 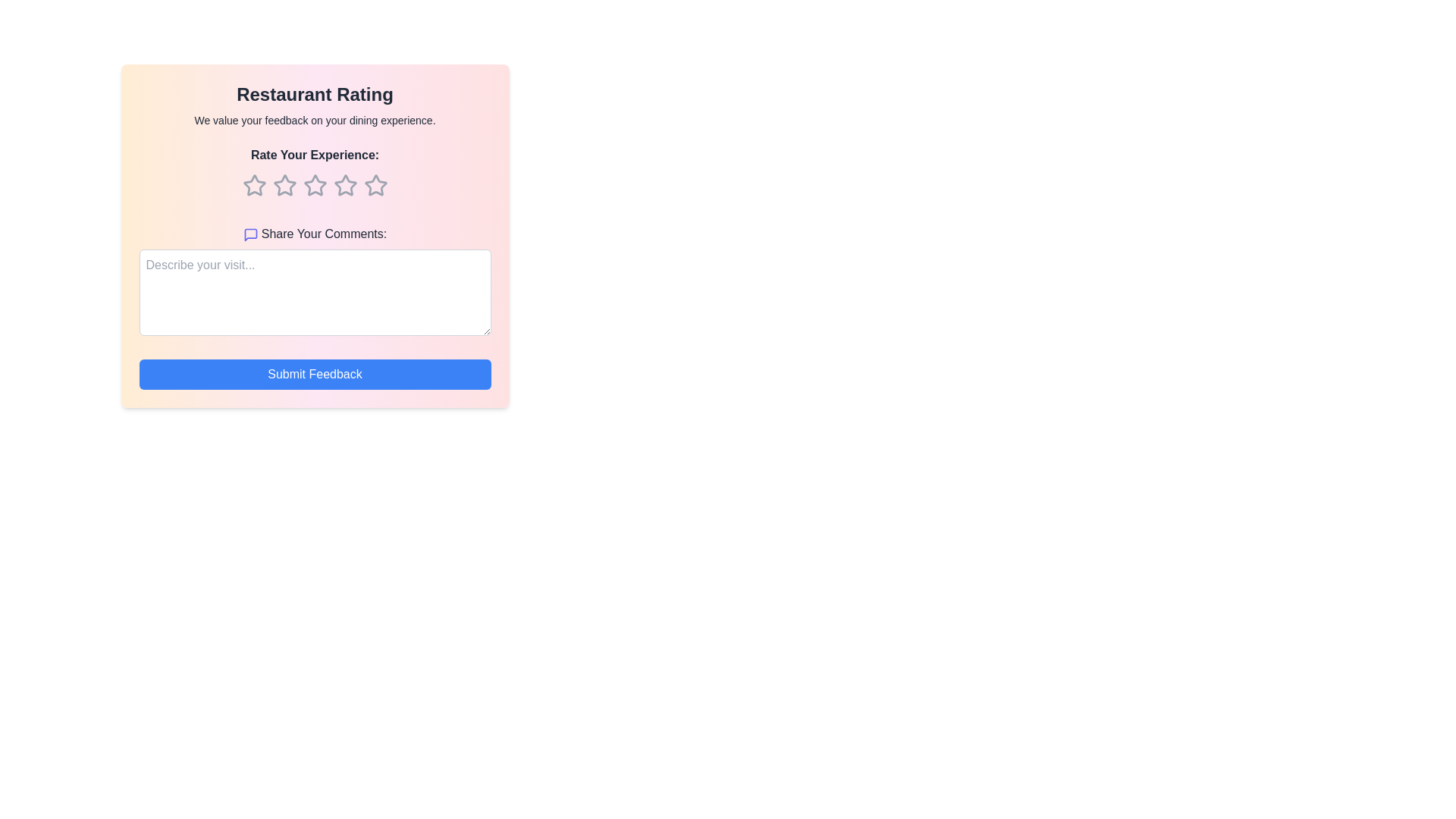 I want to click on the descriptive label for the rating interface, which is centrally aligned below the main heading 'Restaurant Rating', so click(x=314, y=175).